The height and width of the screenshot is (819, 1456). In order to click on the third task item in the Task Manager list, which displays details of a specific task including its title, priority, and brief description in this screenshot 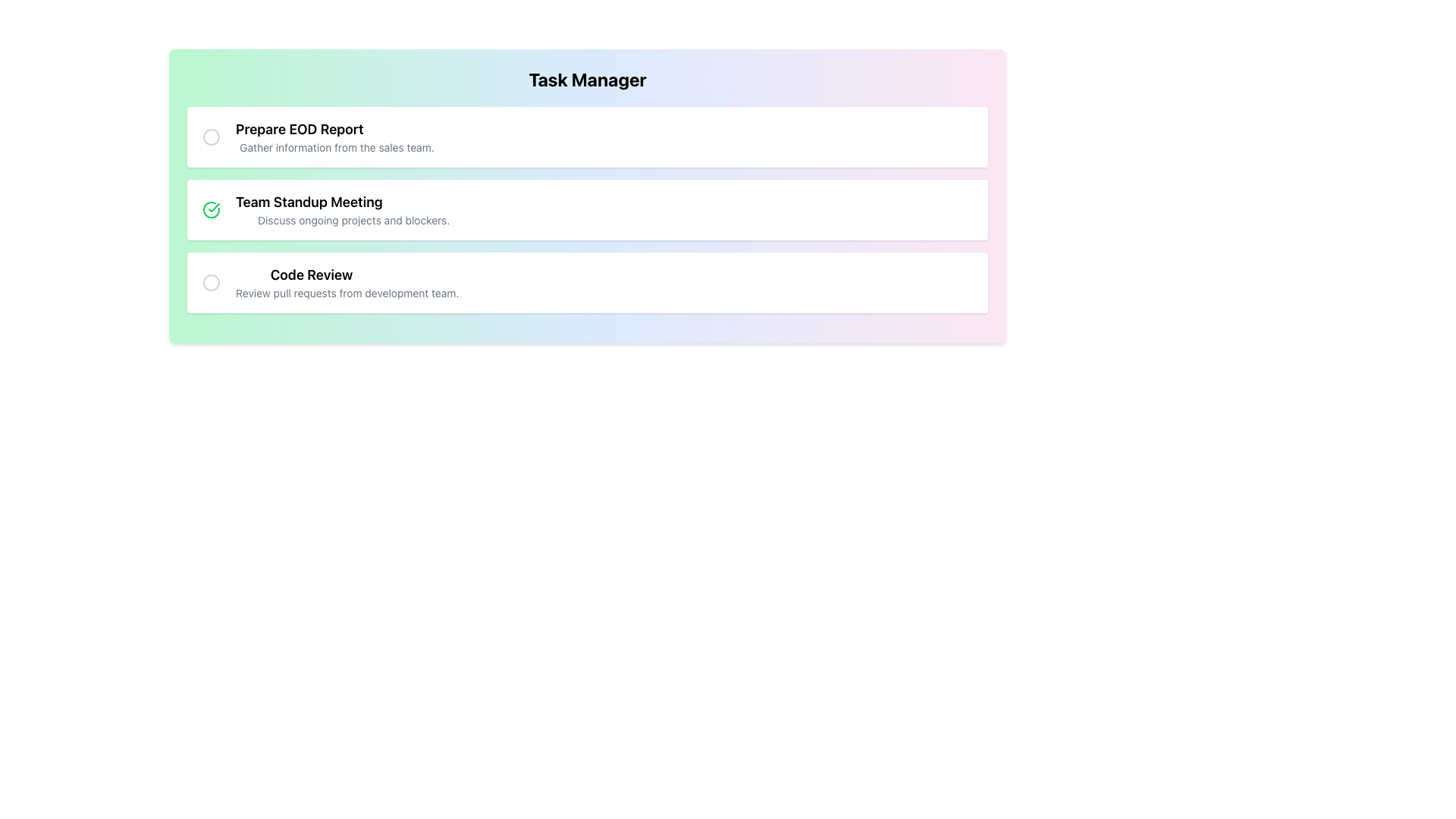, I will do `click(328, 283)`.